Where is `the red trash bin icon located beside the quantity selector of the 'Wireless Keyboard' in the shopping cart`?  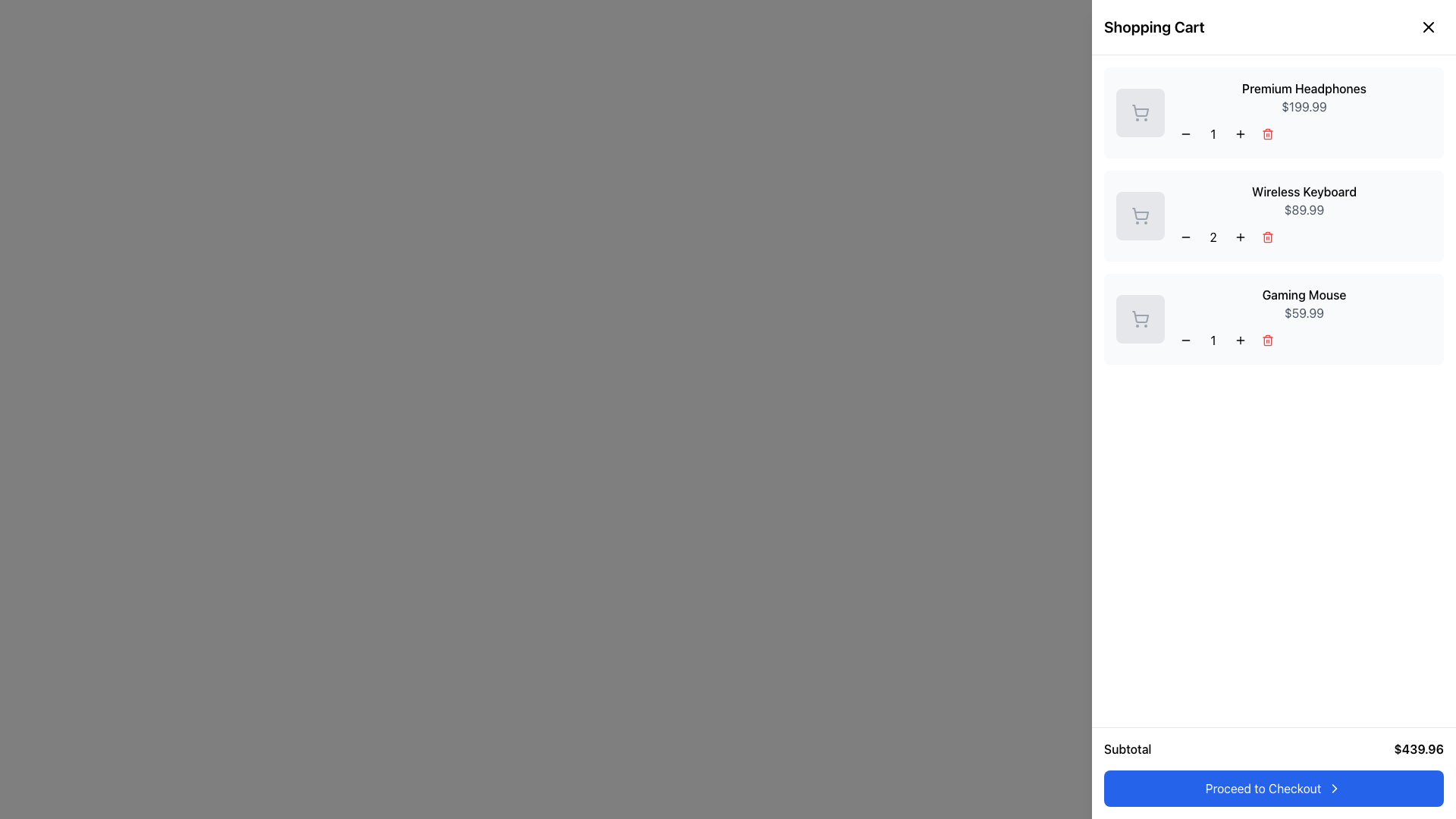
the red trash bin icon located beside the quantity selector of the 'Wireless Keyboard' in the shopping cart is located at coordinates (1267, 237).